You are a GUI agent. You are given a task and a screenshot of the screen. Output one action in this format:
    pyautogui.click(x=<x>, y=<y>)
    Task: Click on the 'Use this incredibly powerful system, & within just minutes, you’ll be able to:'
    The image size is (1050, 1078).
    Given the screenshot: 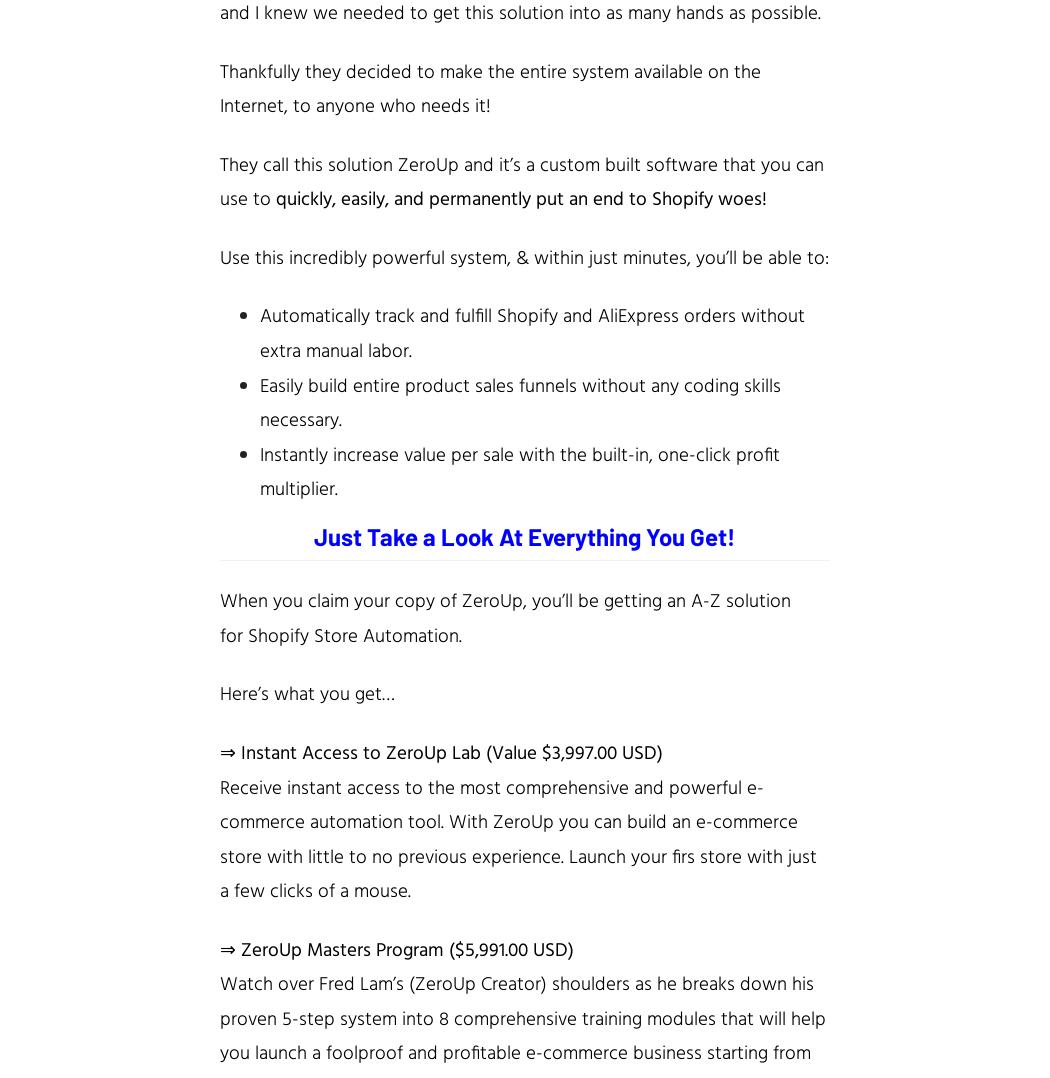 What is the action you would take?
    pyautogui.click(x=523, y=256)
    